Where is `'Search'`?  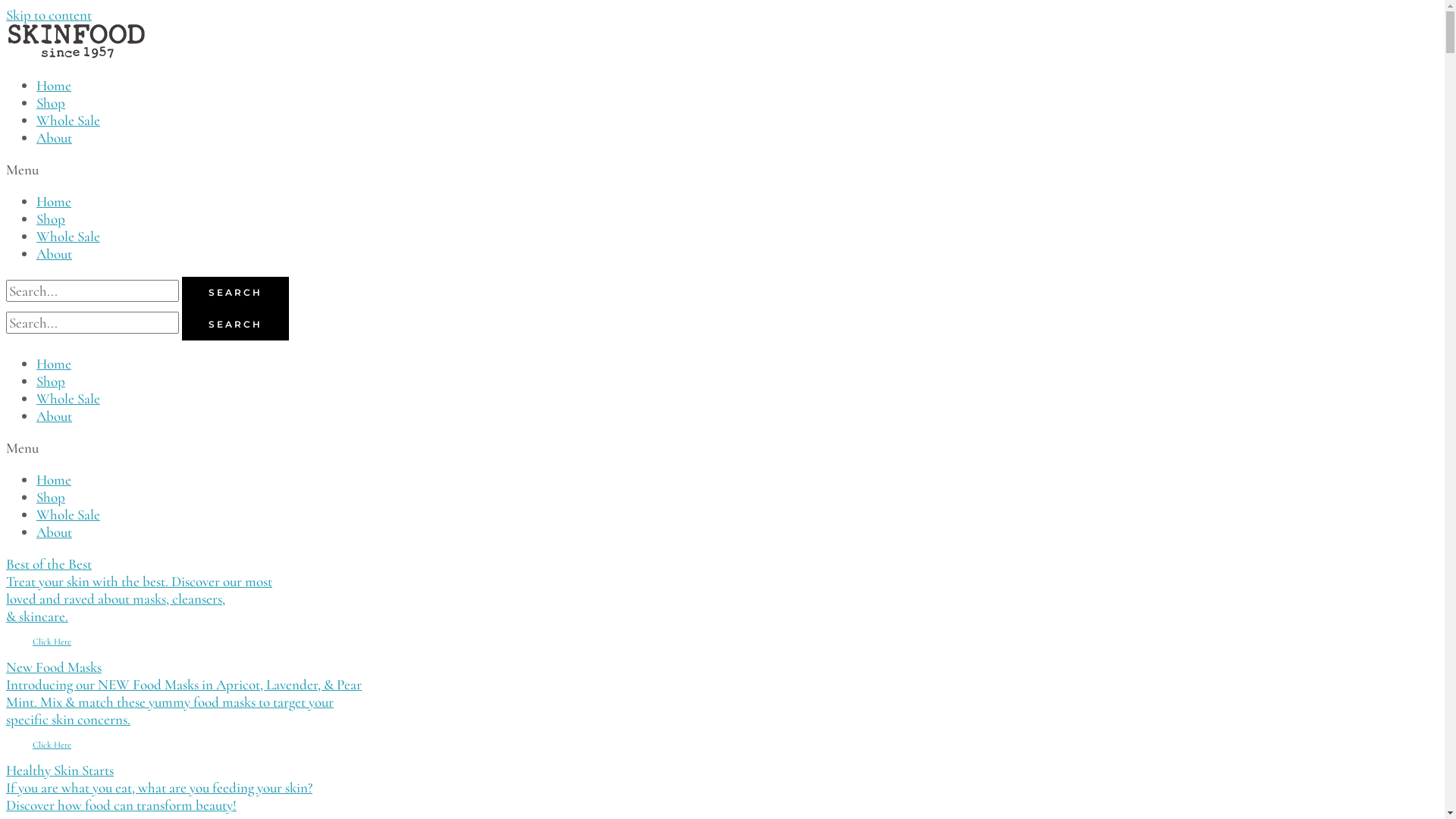 'Search' is located at coordinates (91, 322).